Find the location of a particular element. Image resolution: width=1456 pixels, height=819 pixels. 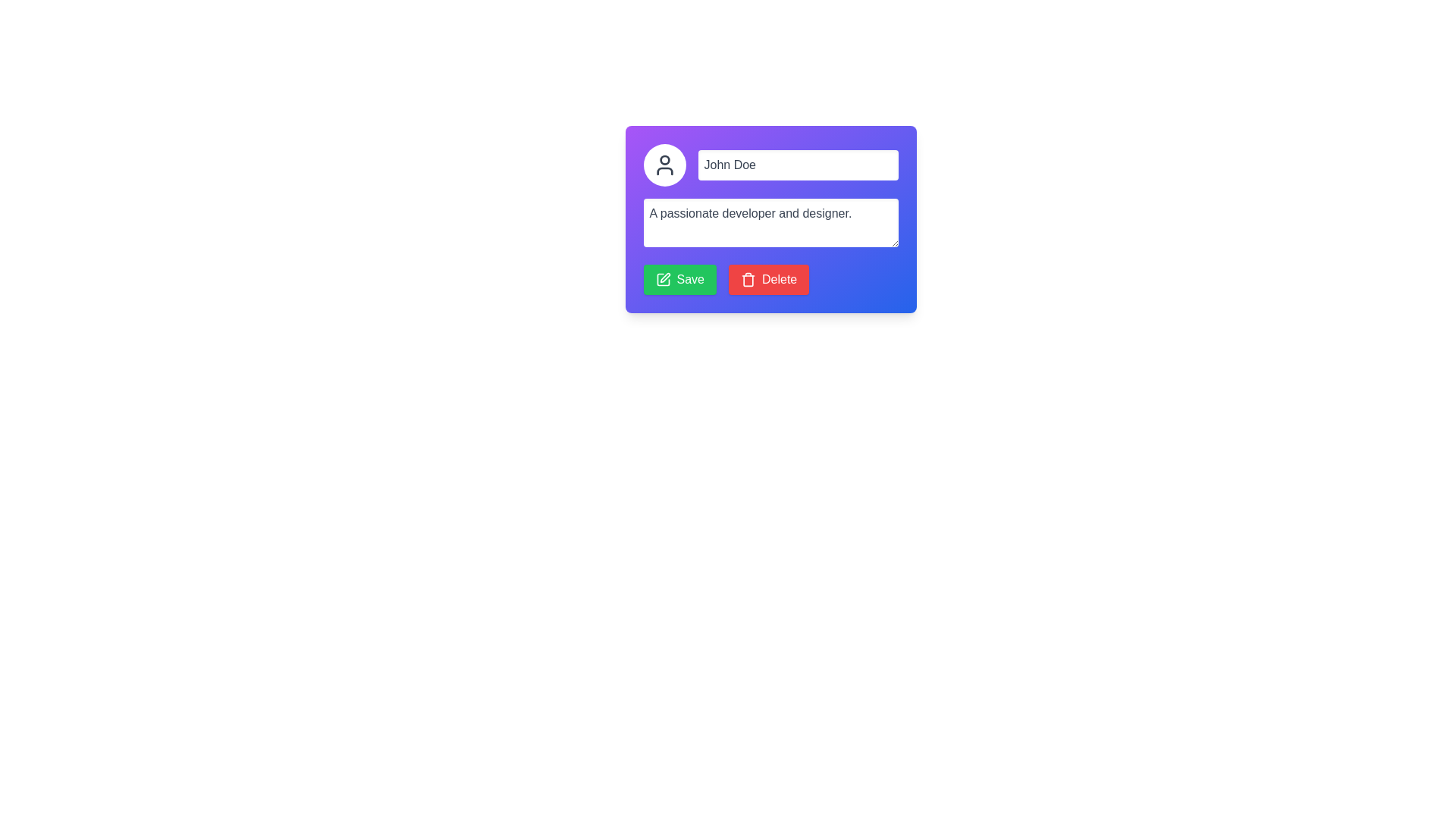

the trash icon part of the Delete button, which visually represents the removal of data is located at coordinates (748, 281).